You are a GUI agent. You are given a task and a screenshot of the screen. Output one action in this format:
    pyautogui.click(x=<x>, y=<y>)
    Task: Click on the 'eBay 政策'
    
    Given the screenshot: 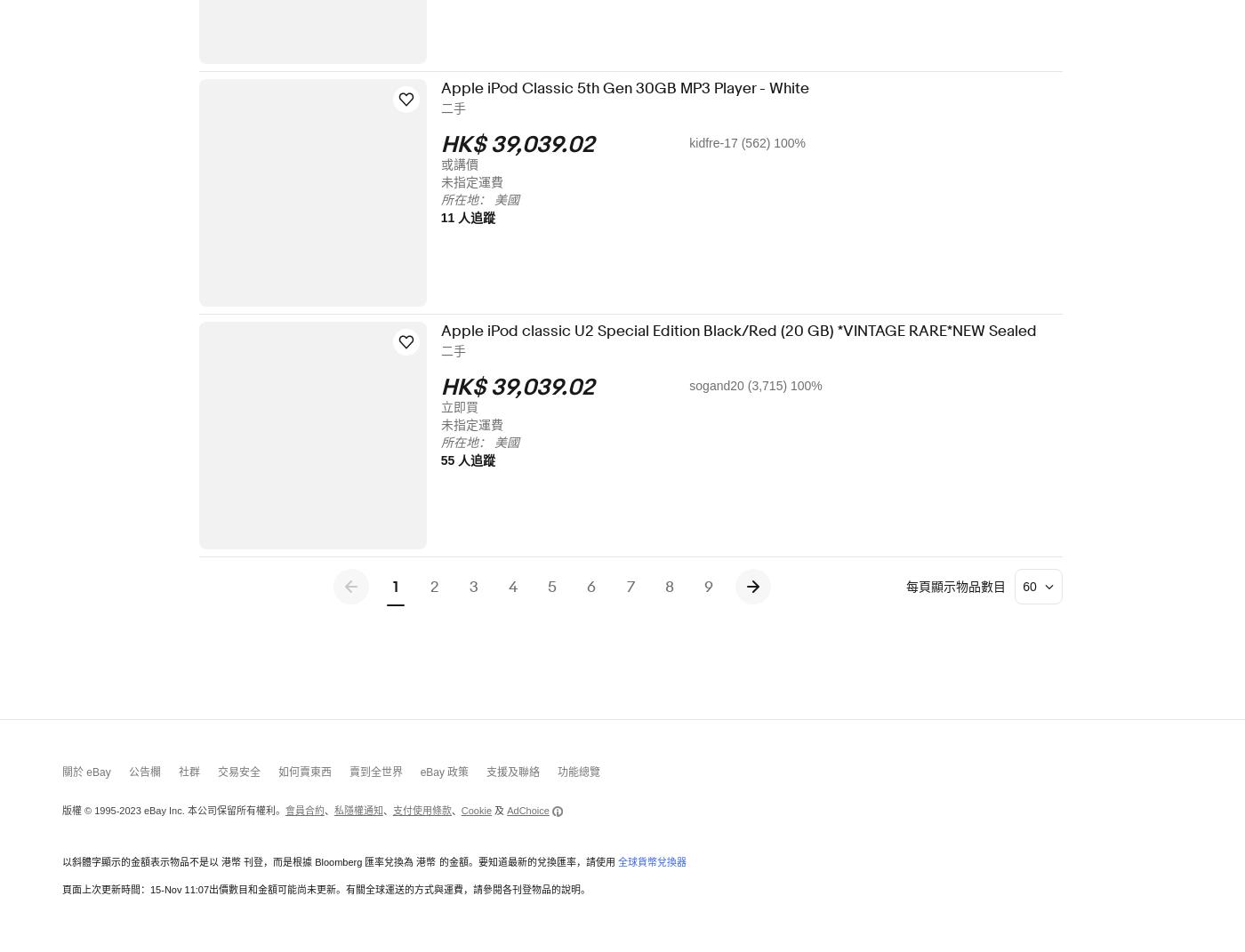 What is the action you would take?
    pyautogui.click(x=419, y=772)
    